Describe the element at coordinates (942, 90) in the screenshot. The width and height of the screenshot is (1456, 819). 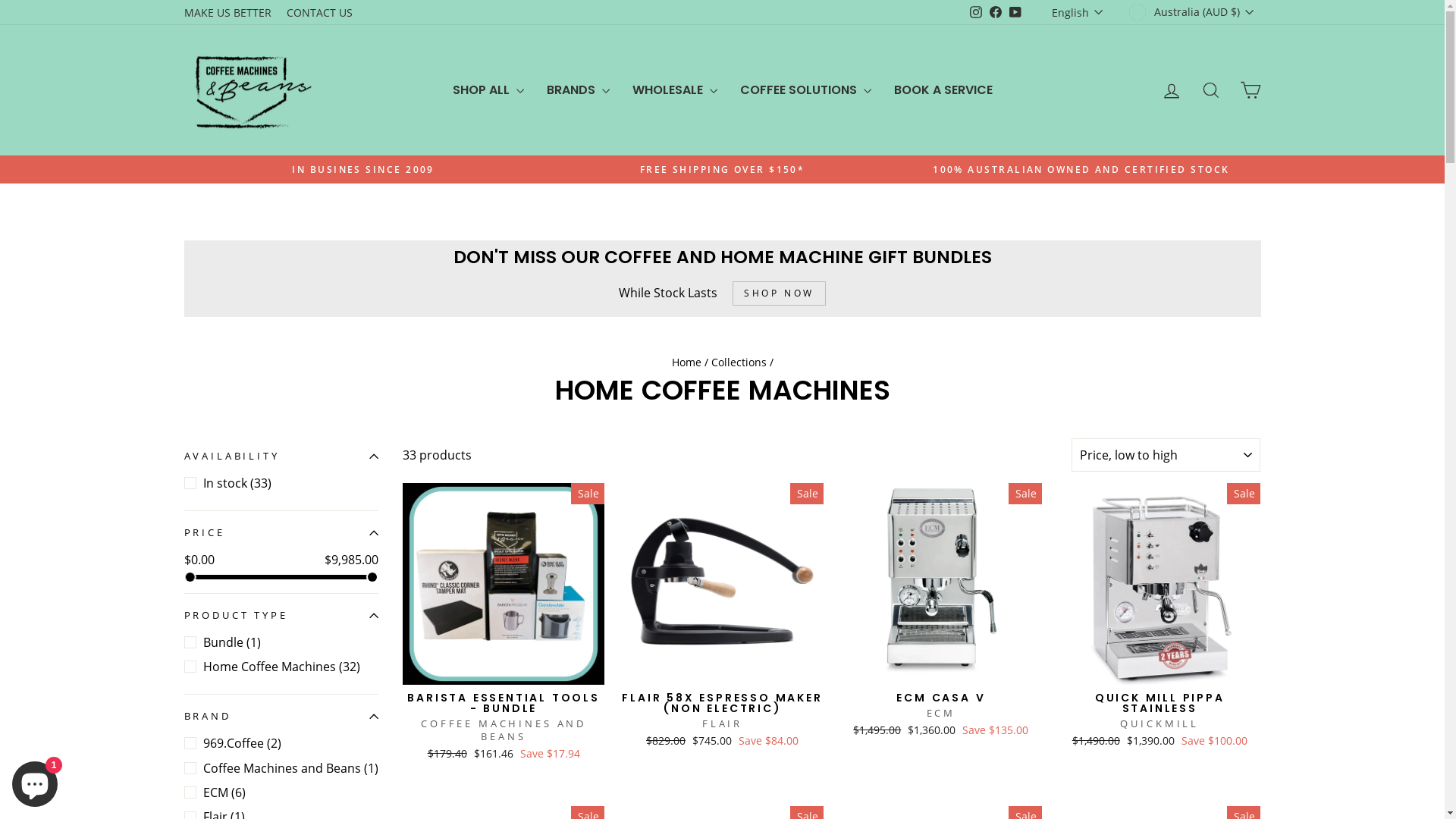
I see `'BOOK A SERVICE'` at that location.